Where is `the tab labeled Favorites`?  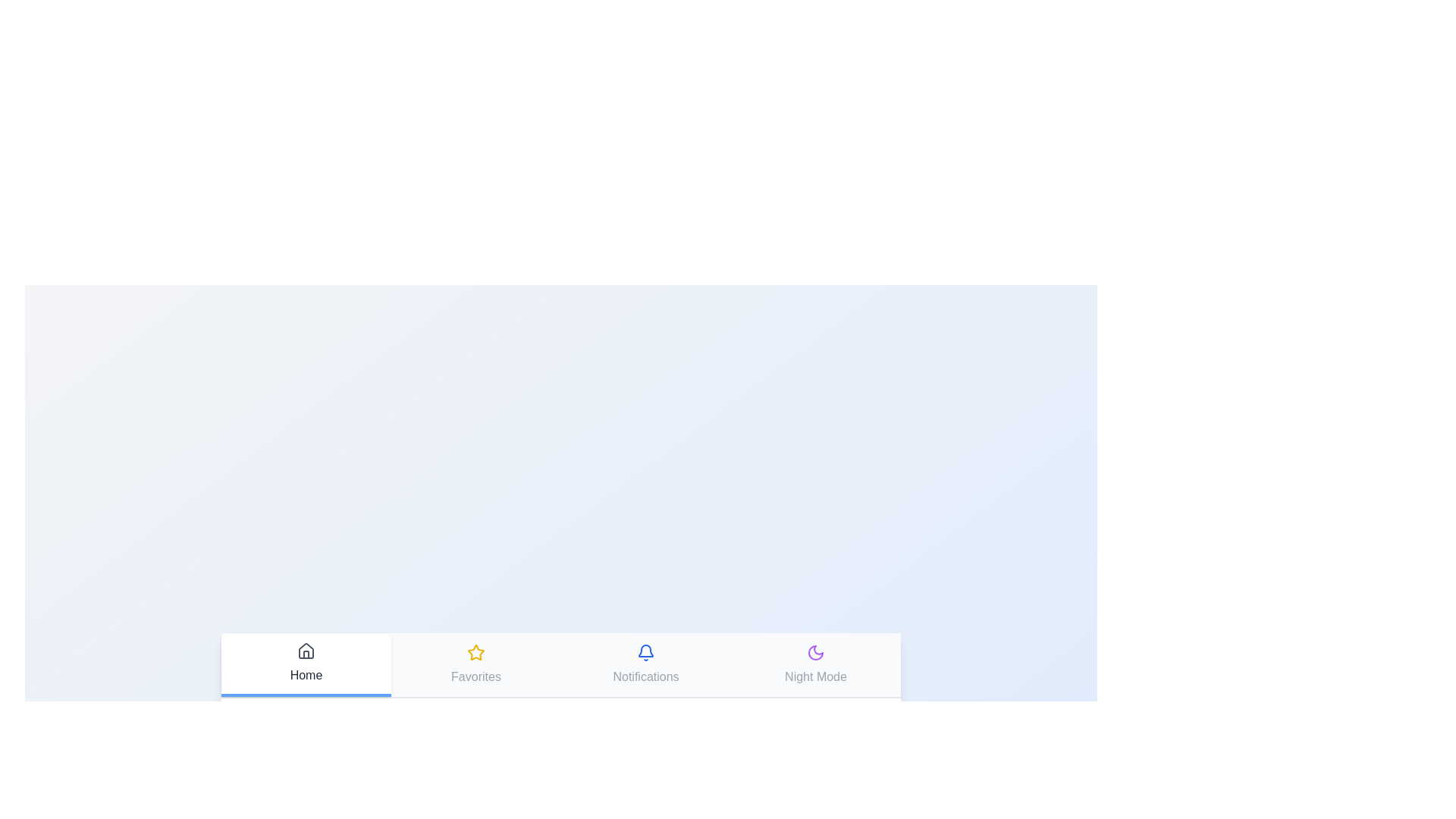 the tab labeled Favorites is located at coordinates (475, 664).